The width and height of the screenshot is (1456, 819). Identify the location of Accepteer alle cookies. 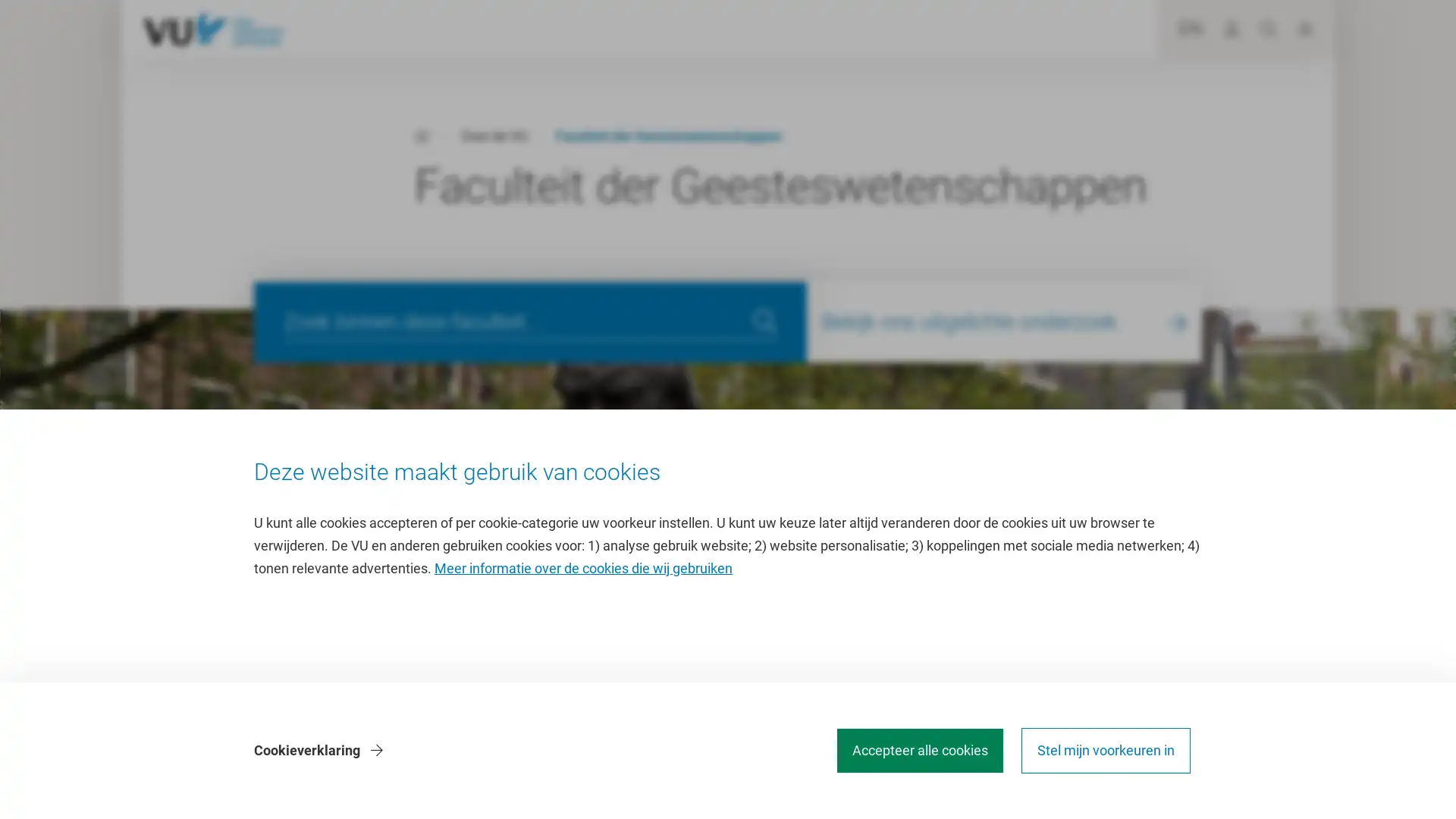
(919, 751).